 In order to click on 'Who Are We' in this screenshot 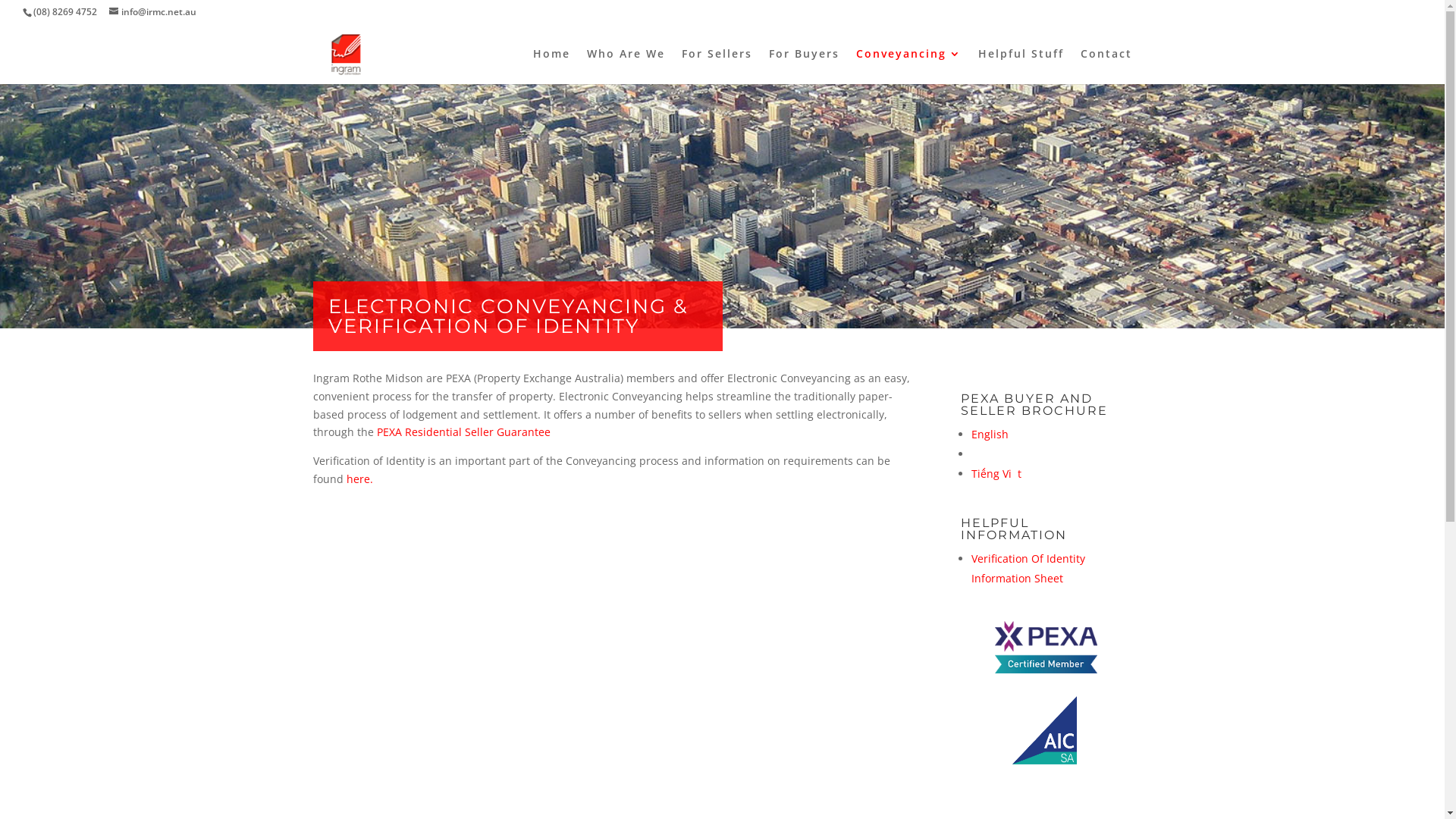, I will do `click(626, 65)`.